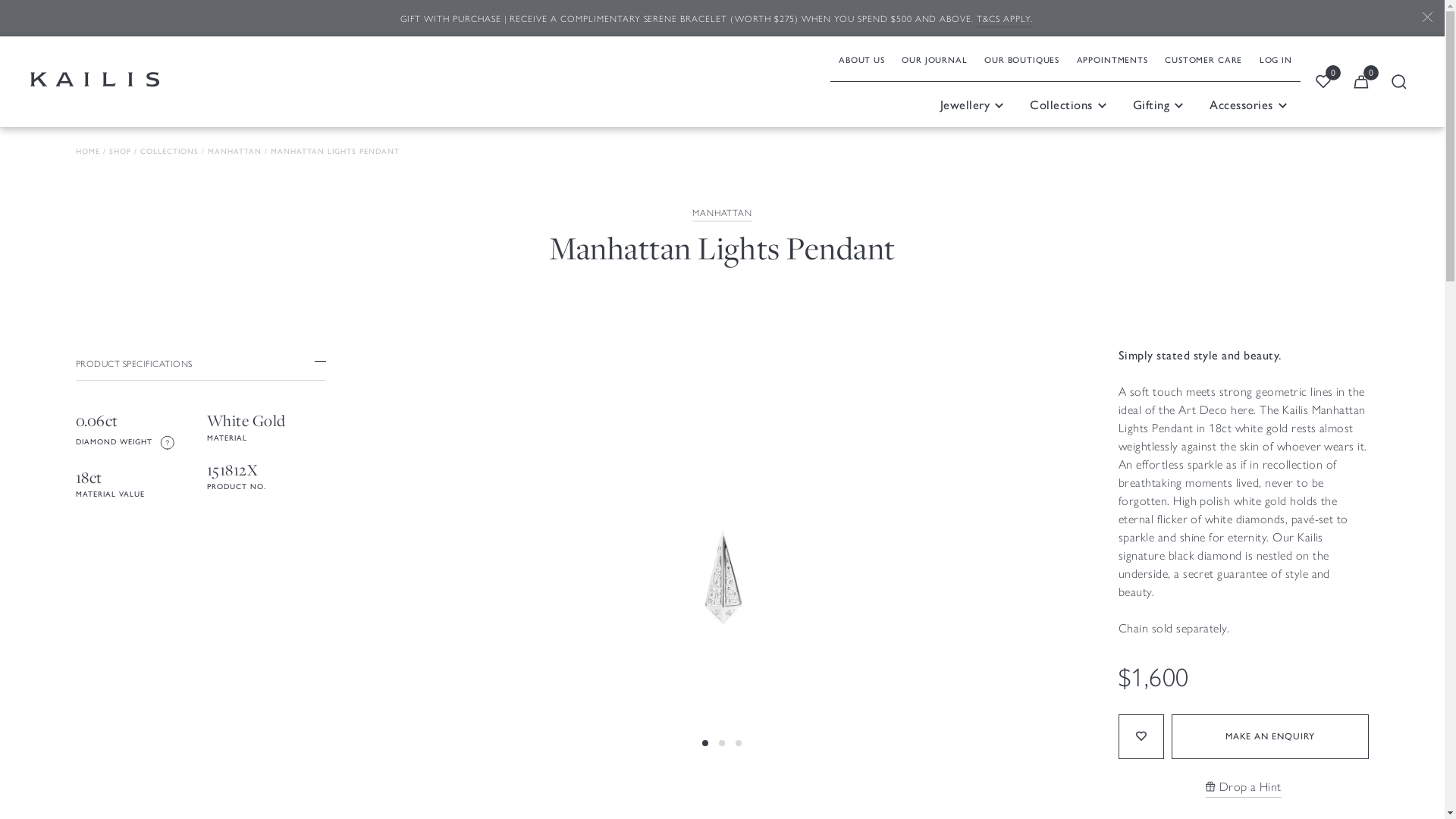 This screenshot has width=1456, height=819. What do you see at coordinates (1323, 82) in the screenshot?
I see `'OPEN WISHLIST` at bounding box center [1323, 82].